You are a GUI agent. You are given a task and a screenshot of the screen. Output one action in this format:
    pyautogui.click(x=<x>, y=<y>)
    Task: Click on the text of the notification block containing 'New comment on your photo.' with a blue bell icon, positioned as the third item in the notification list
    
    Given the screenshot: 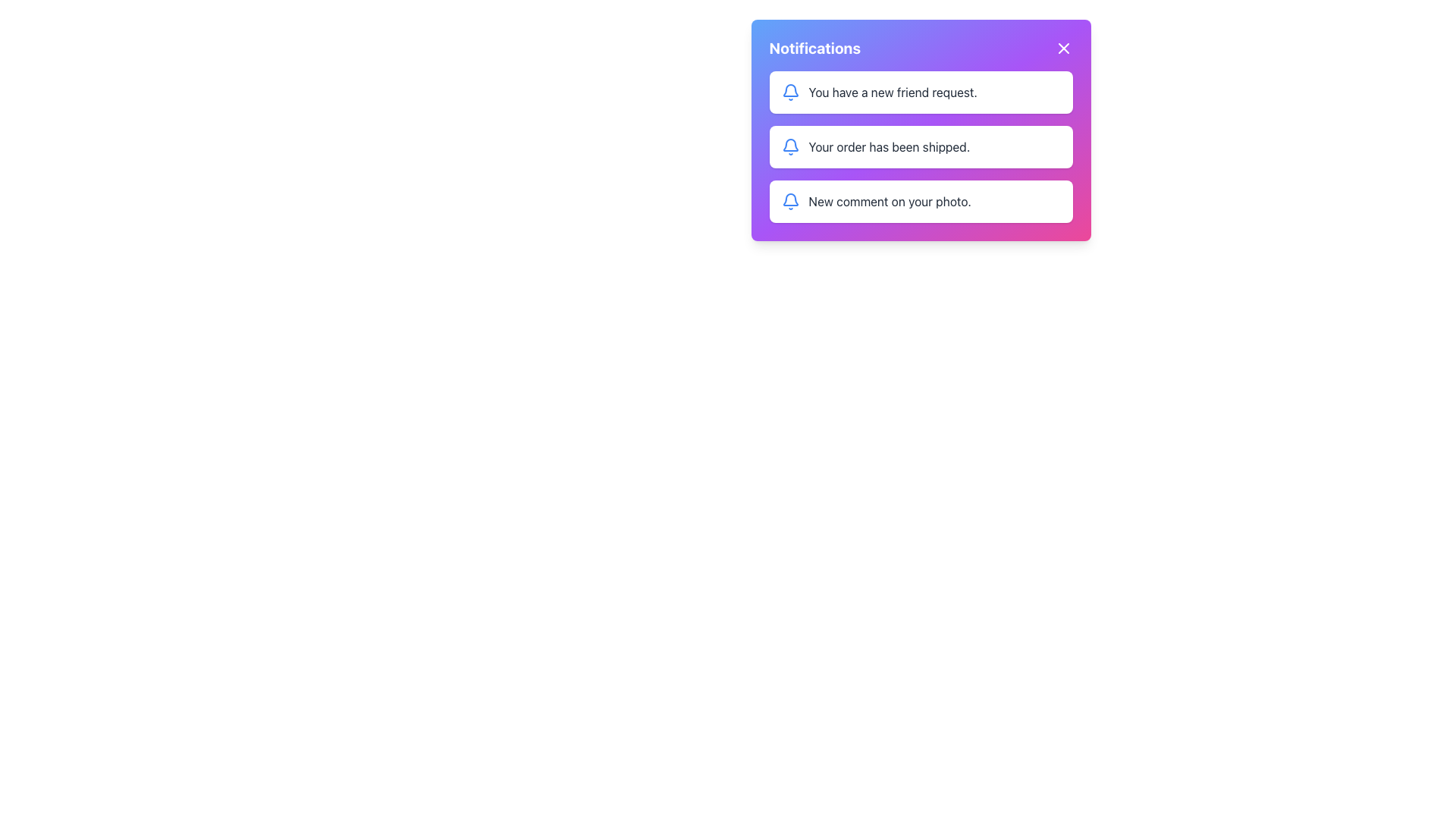 What is the action you would take?
    pyautogui.click(x=920, y=201)
    